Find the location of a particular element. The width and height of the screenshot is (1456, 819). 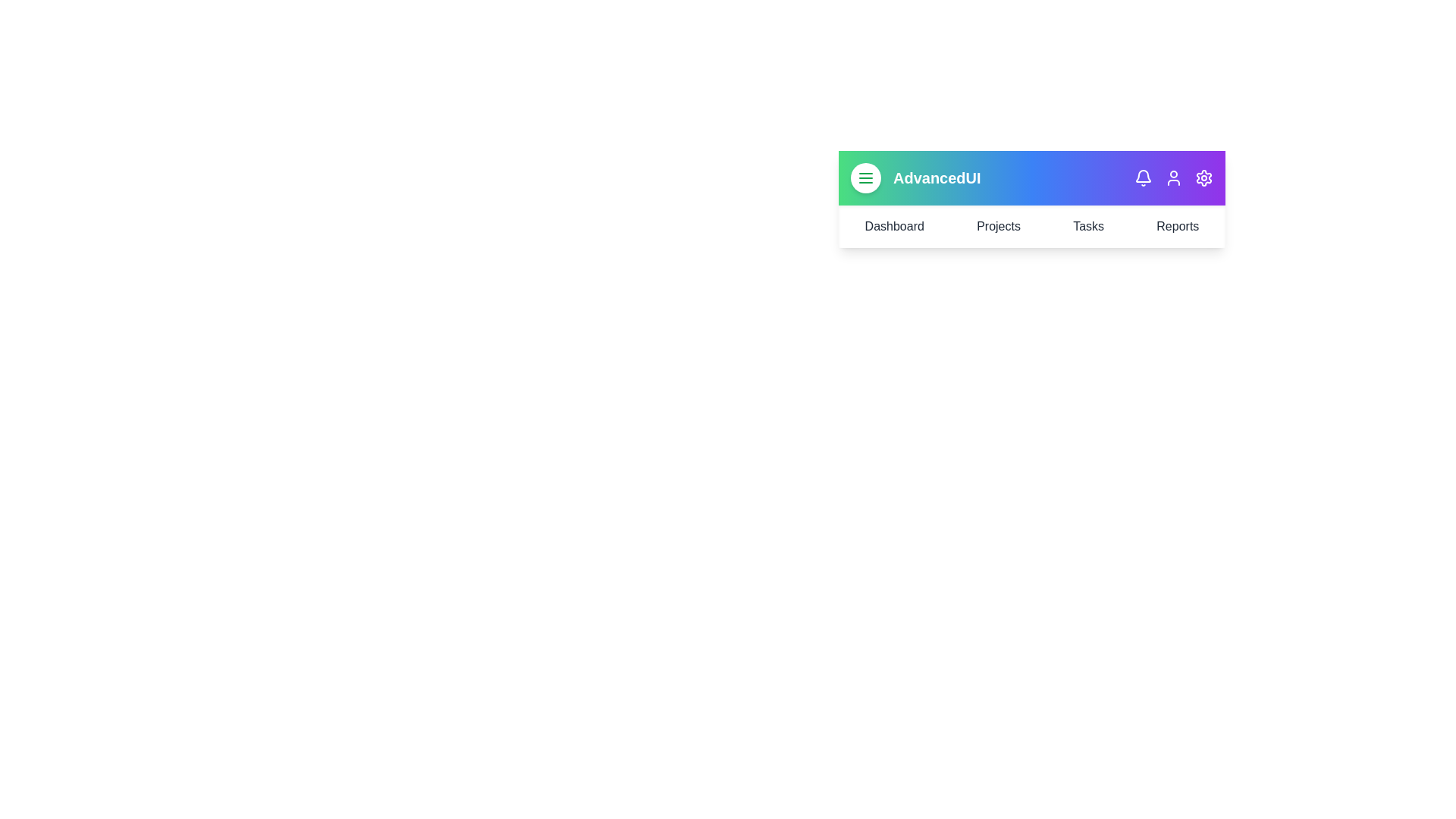

menu toggle button to toggle the menu visibility is located at coordinates (866, 177).